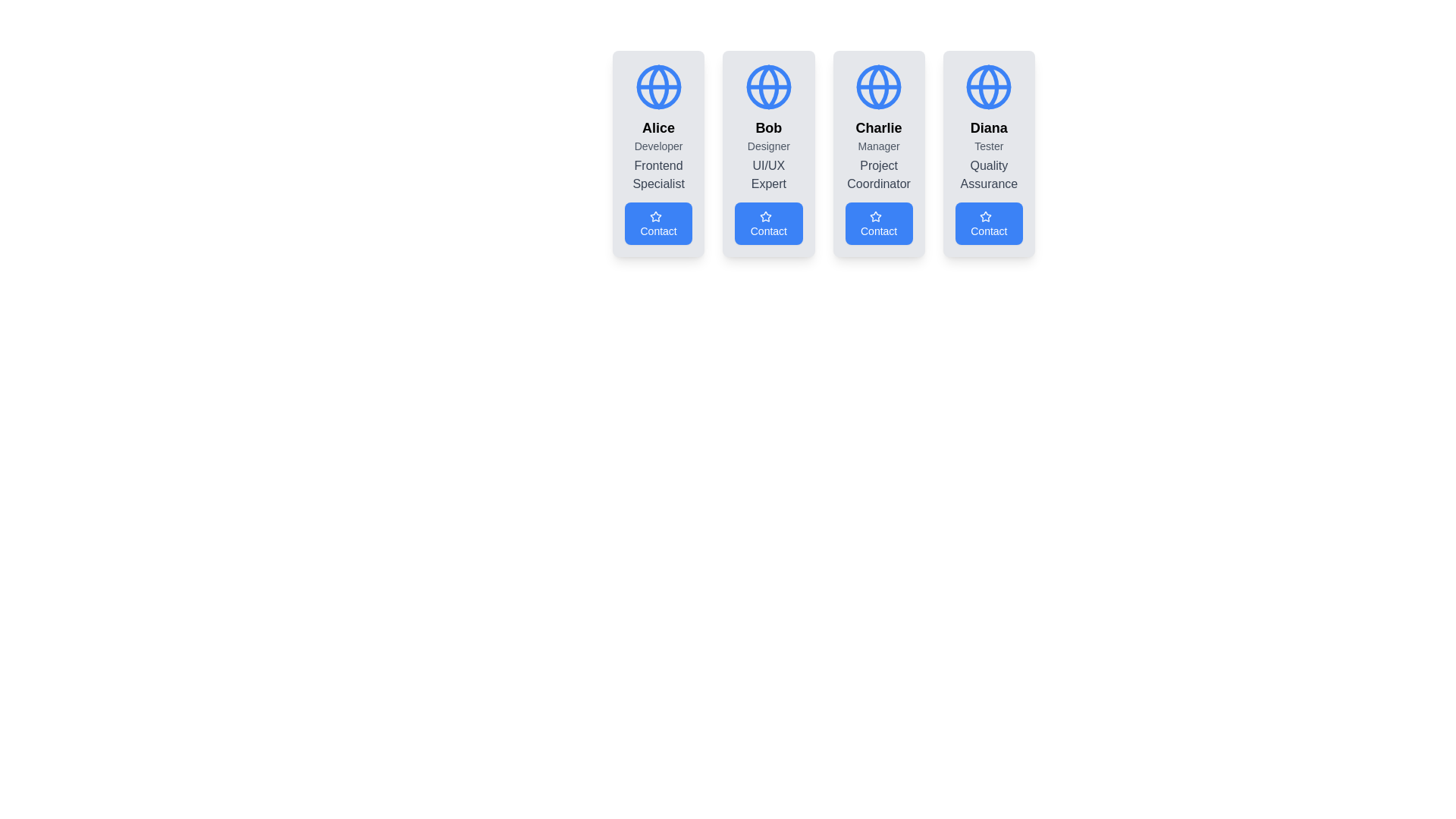 This screenshot has height=819, width=1456. I want to click on the decorative globe icon located at the top of Bob's card, which symbolizes a worldwide theme and is centered in the second column above his name, so click(768, 87).